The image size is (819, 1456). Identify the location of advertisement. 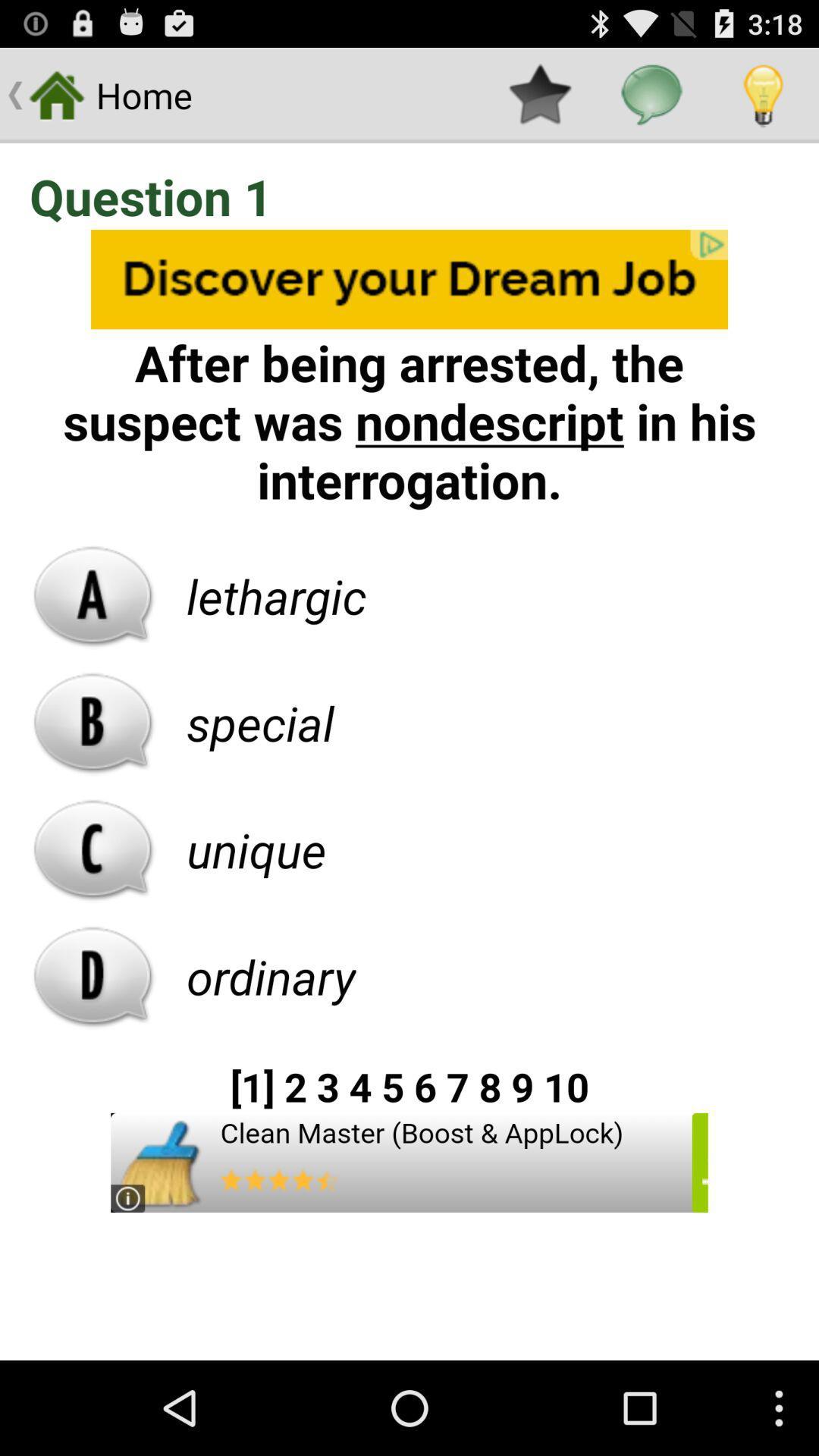
(409, 1162).